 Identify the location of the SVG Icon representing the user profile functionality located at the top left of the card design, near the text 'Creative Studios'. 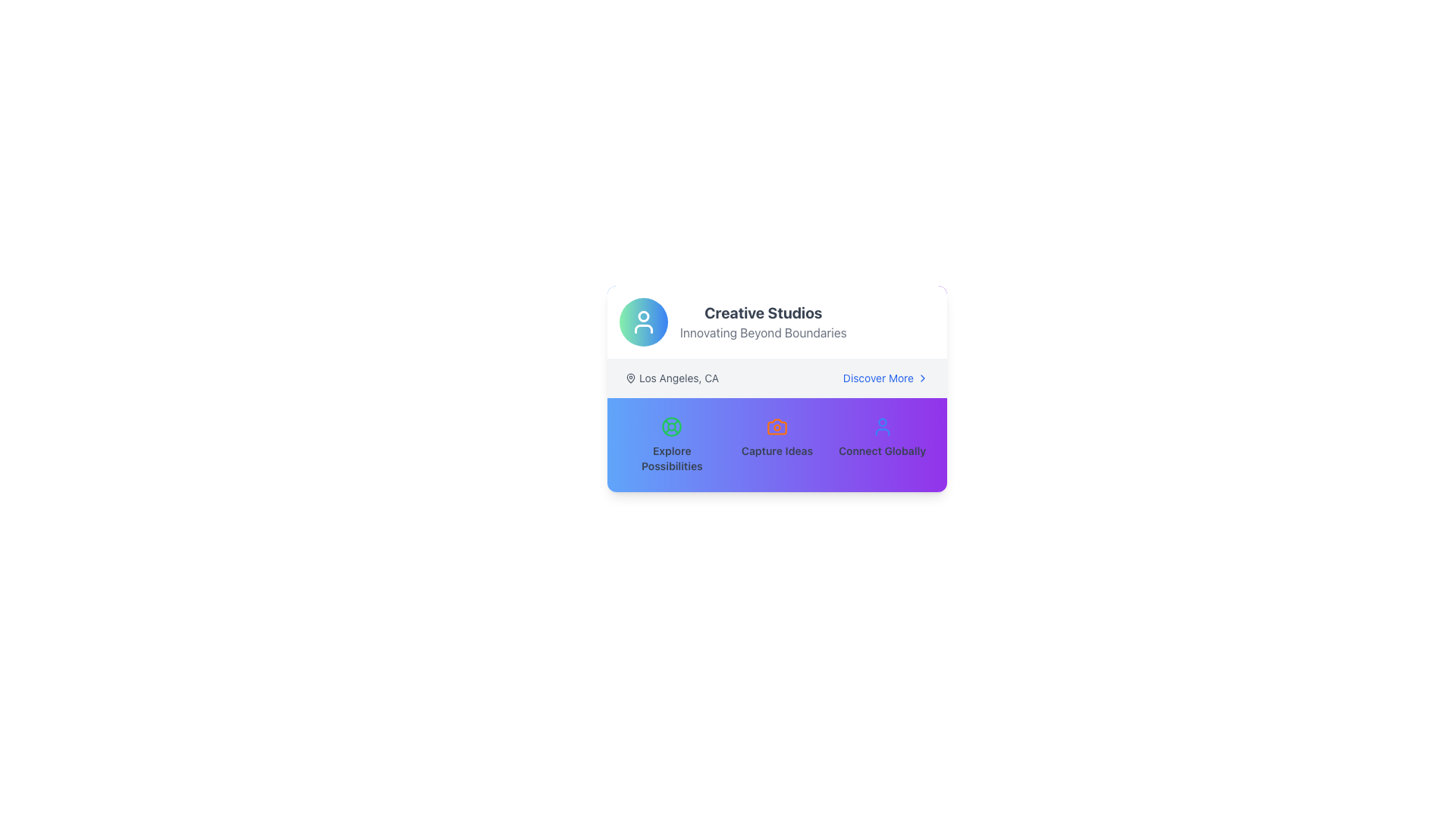
(644, 321).